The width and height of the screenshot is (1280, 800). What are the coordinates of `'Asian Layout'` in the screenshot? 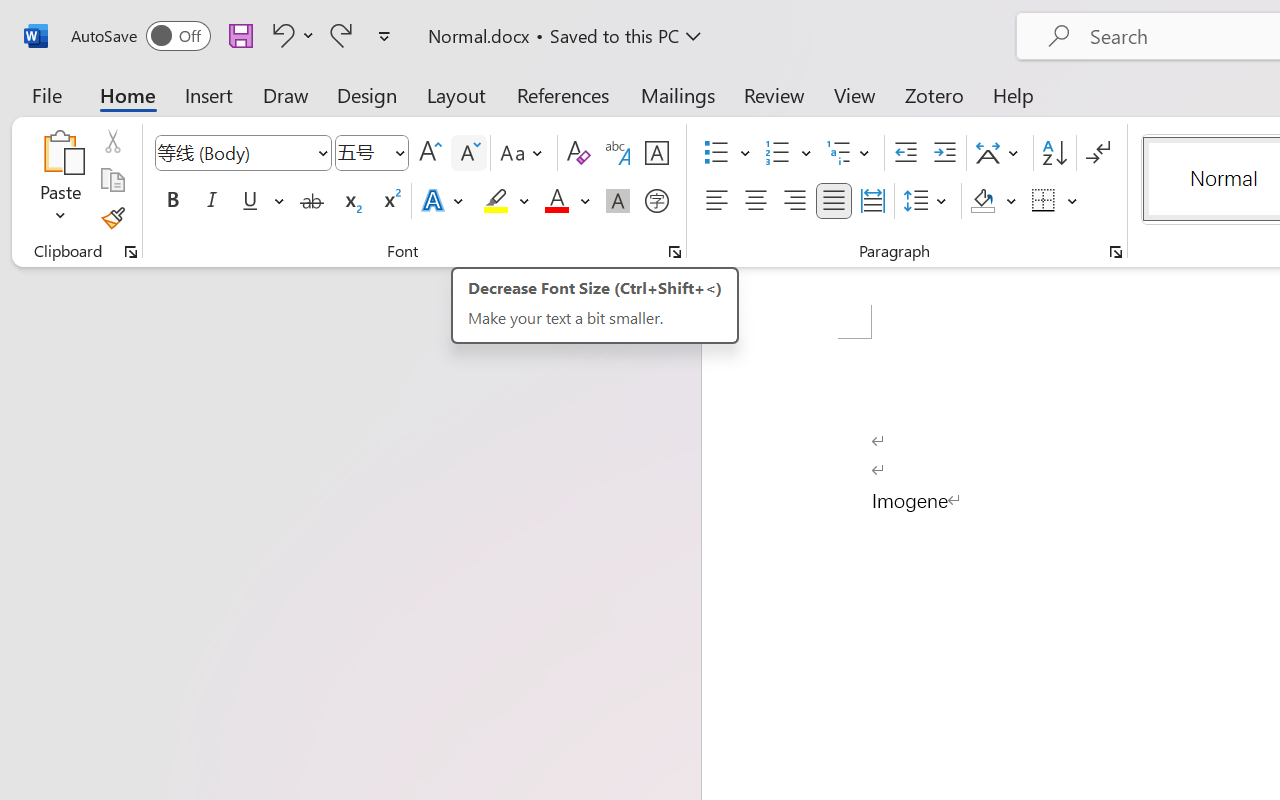 It's located at (1000, 153).